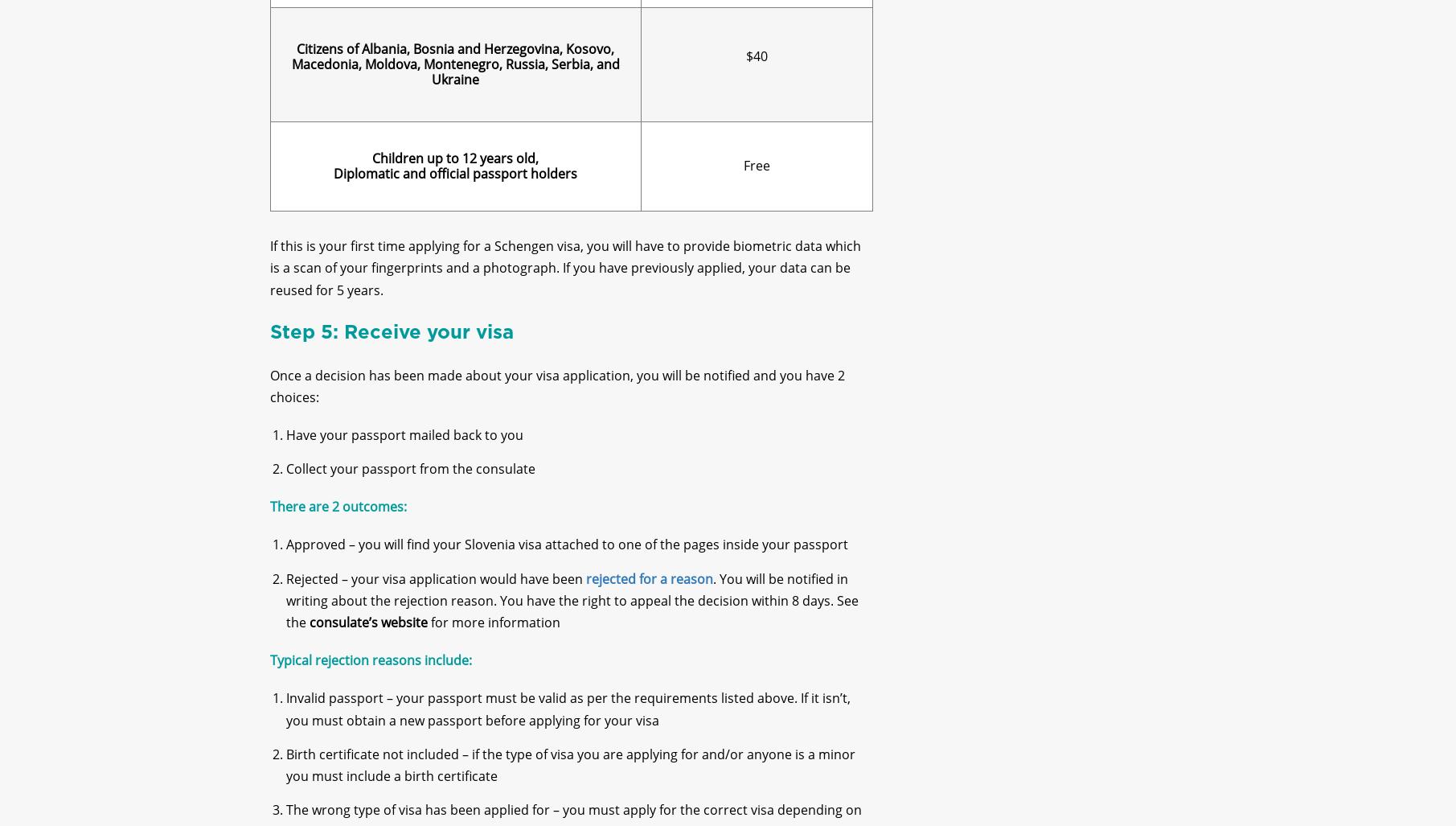 Image resolution: width=1456 pixels, height=826 pixels. What do you see at coordinates (453, 76) in the screenshot?
I see `'Citizens of Albania, Bosnia and Herzegovina, Kosovo, Macedonia, Moldova, Montenegro, Russia, Serbia, and Ukraine'` at bounding box center [453, 76].